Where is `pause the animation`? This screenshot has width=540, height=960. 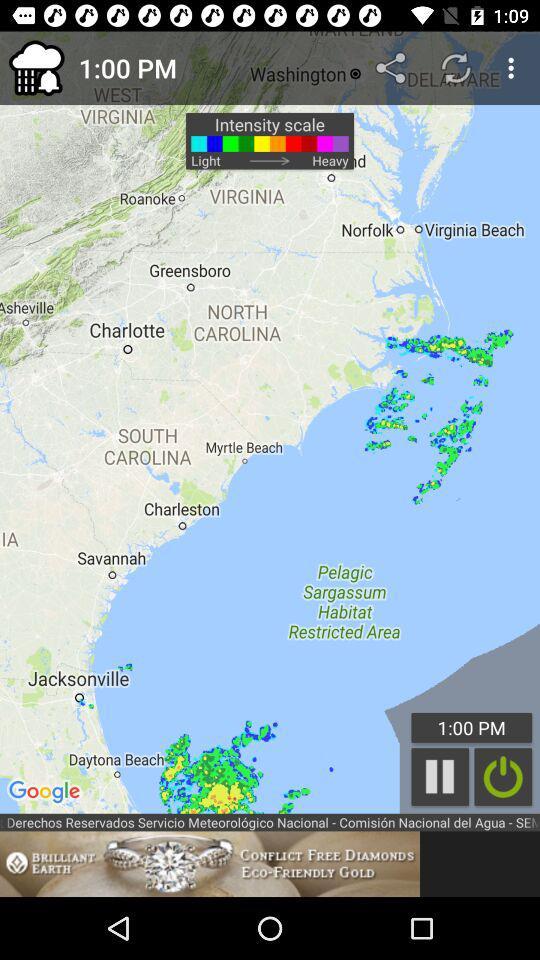
pause the animation is located at coordinates (440, 776).